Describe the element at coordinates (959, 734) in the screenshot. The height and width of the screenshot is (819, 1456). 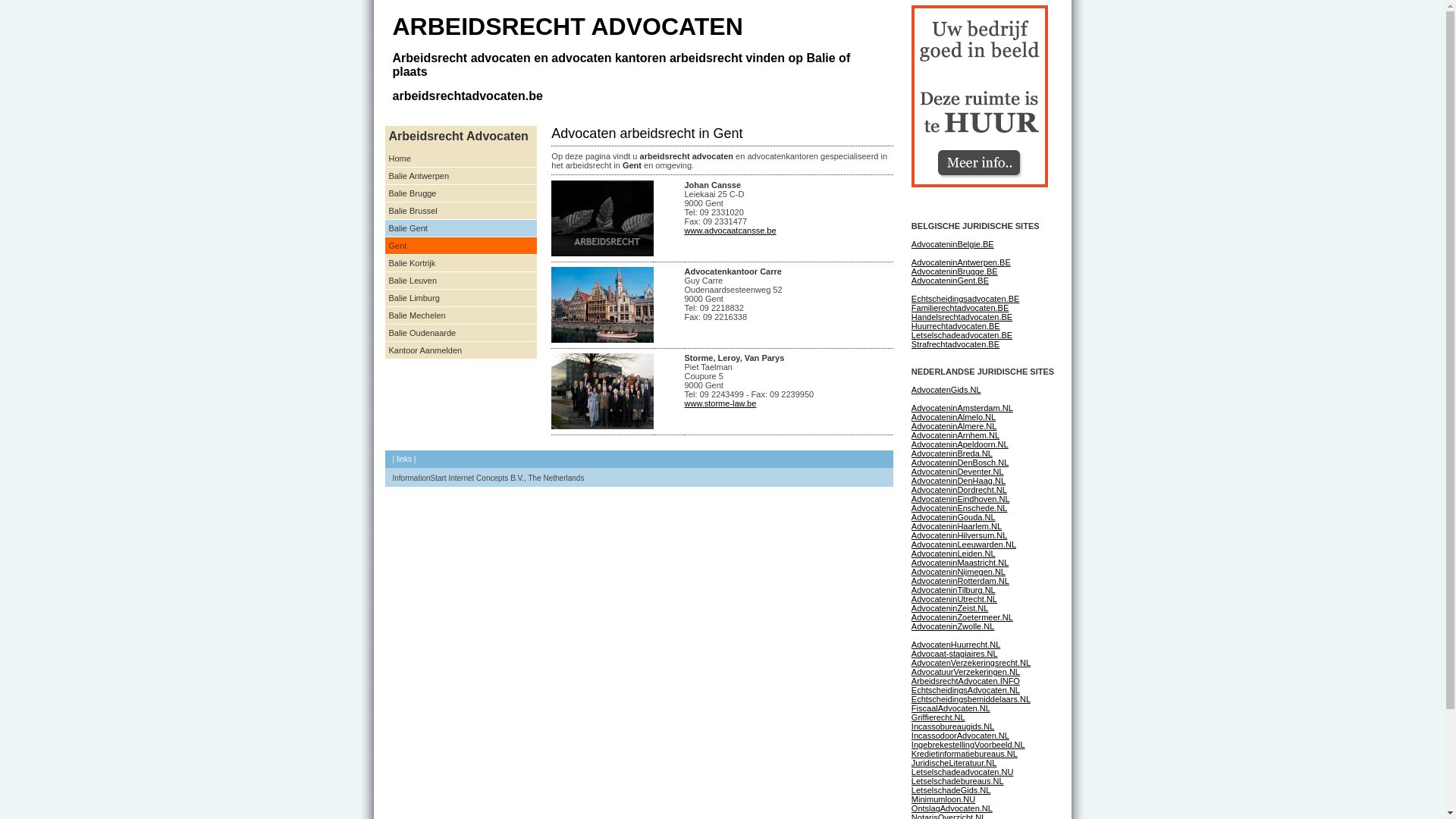
I see `'IncassodoorAdvocaten.NL'` at that location.